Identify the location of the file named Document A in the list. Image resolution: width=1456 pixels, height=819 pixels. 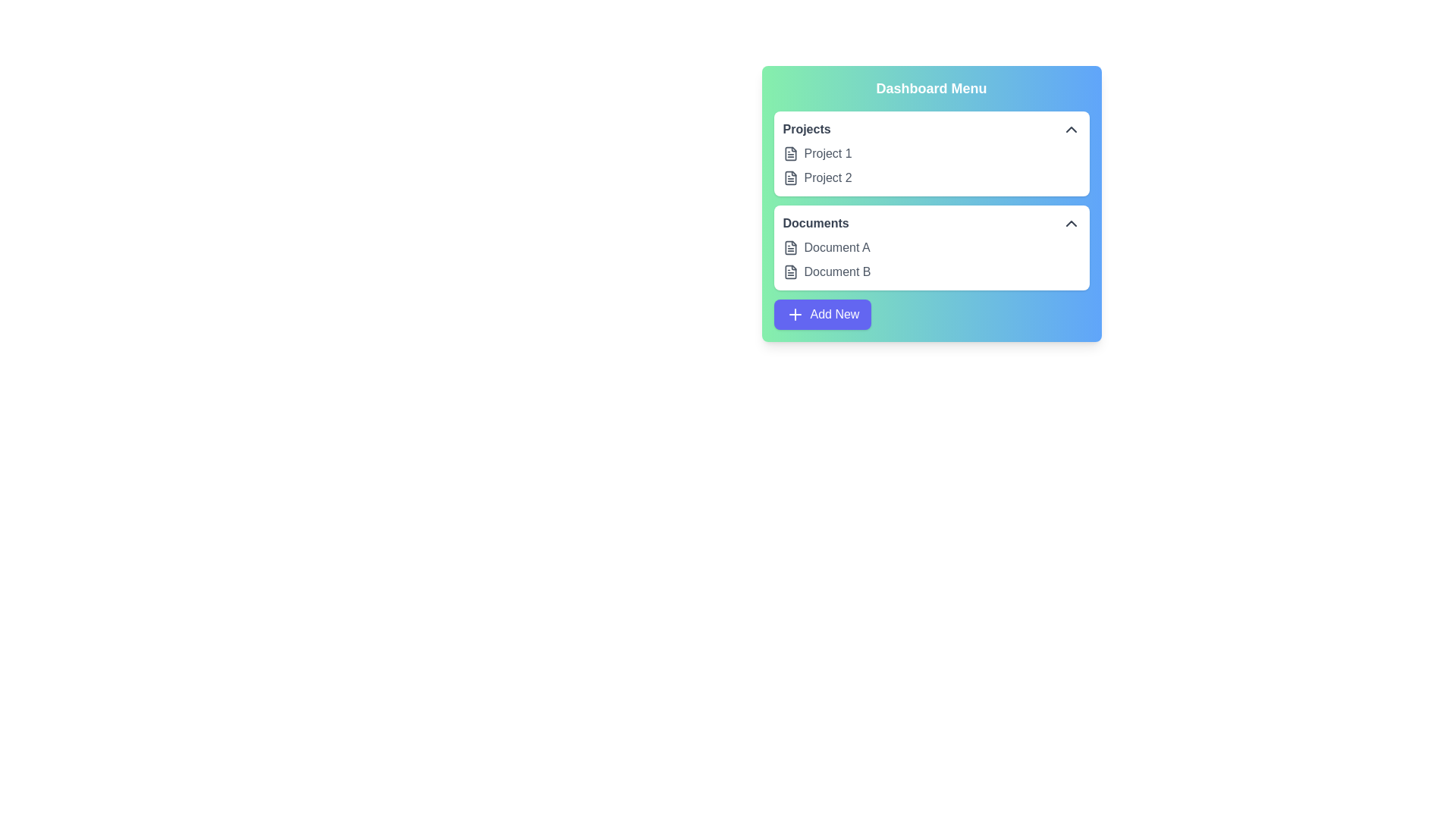
(789, 247).